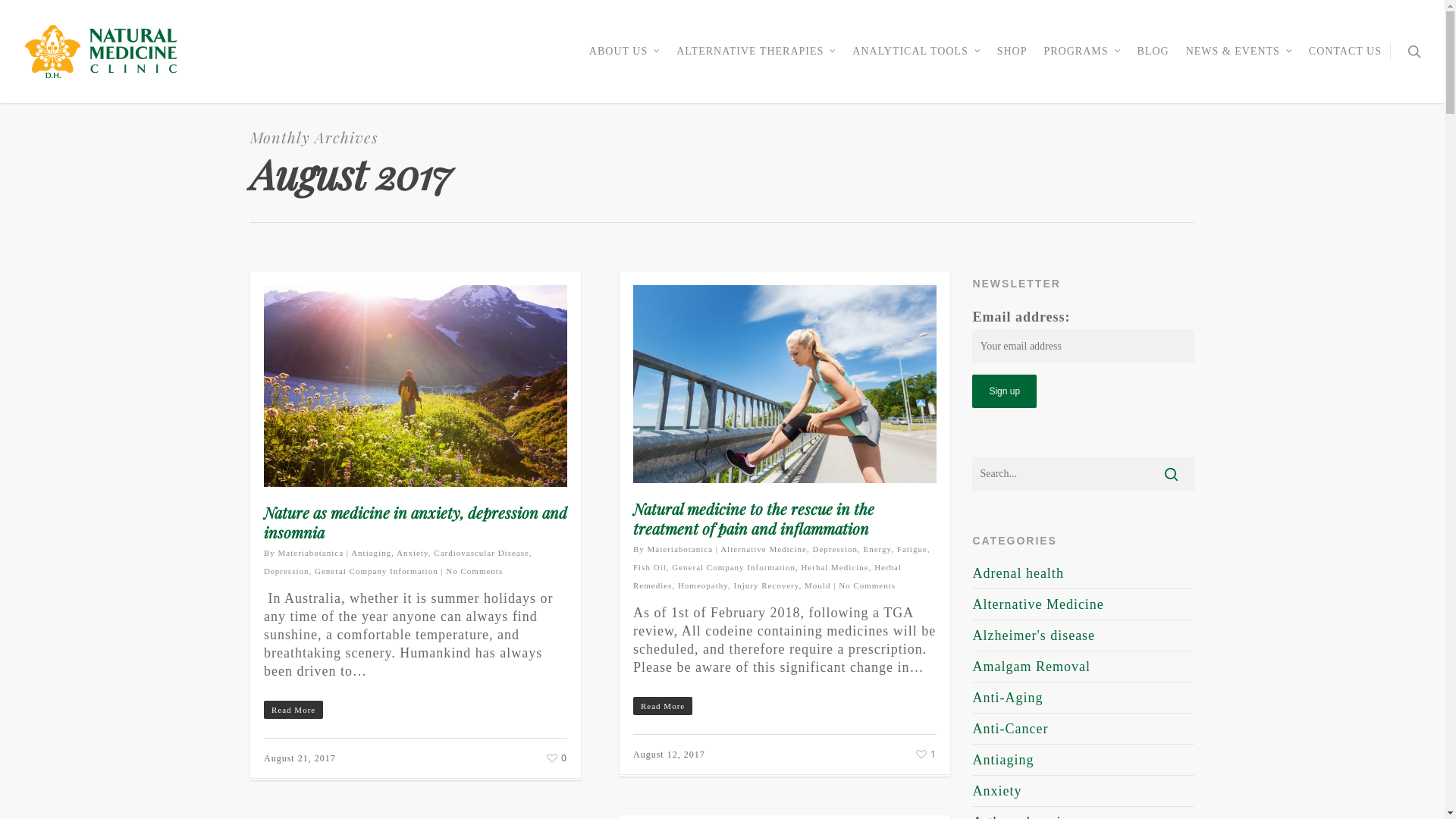 The height and width of the screenshot is (819, 1456). What do you see at coordinates (554, 756) in the screenshot?
I see `'0'` at bounding box center [554, 756].